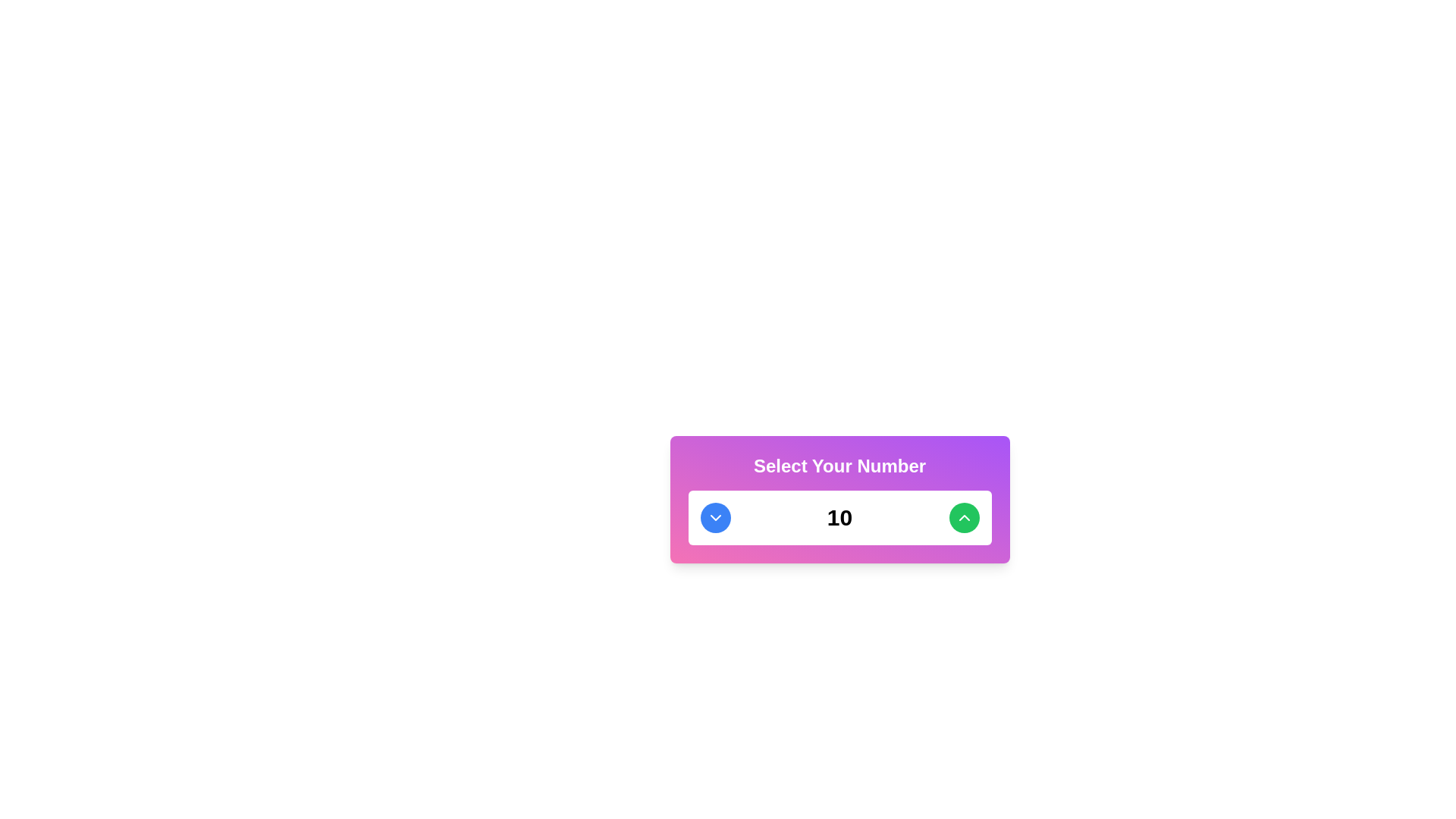  What do you see at coordinates (963, 516) in the screenshot?
I see `upward increment button icon located within a rounded green button on the right-hand side of the input area for accessibility purposes` at bounding box center [963, 516].